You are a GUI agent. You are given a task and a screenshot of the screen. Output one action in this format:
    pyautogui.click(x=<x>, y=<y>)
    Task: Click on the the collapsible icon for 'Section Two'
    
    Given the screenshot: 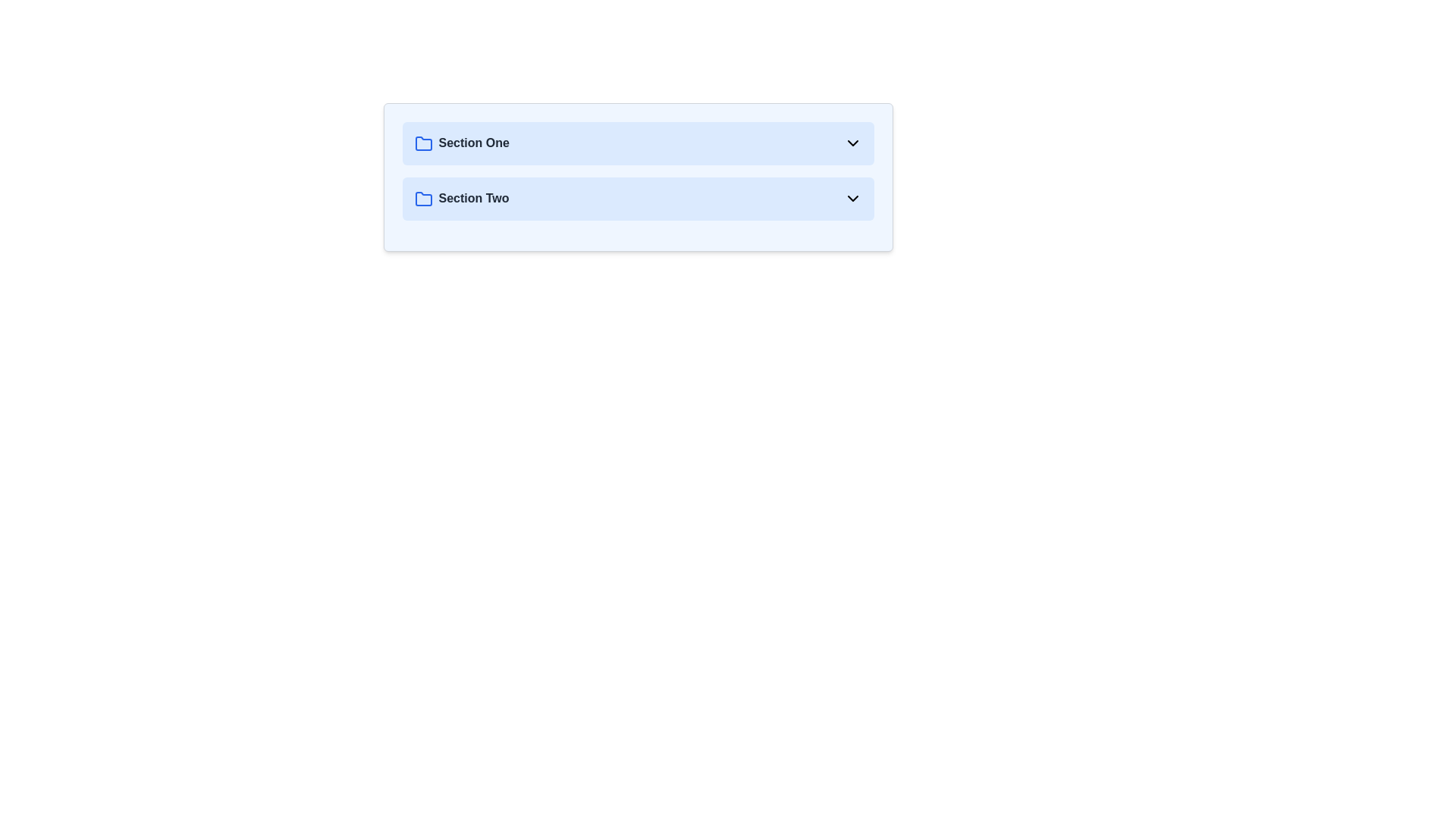 What is the action you would take?
    pyautogui.click(x=852, y=198)
    